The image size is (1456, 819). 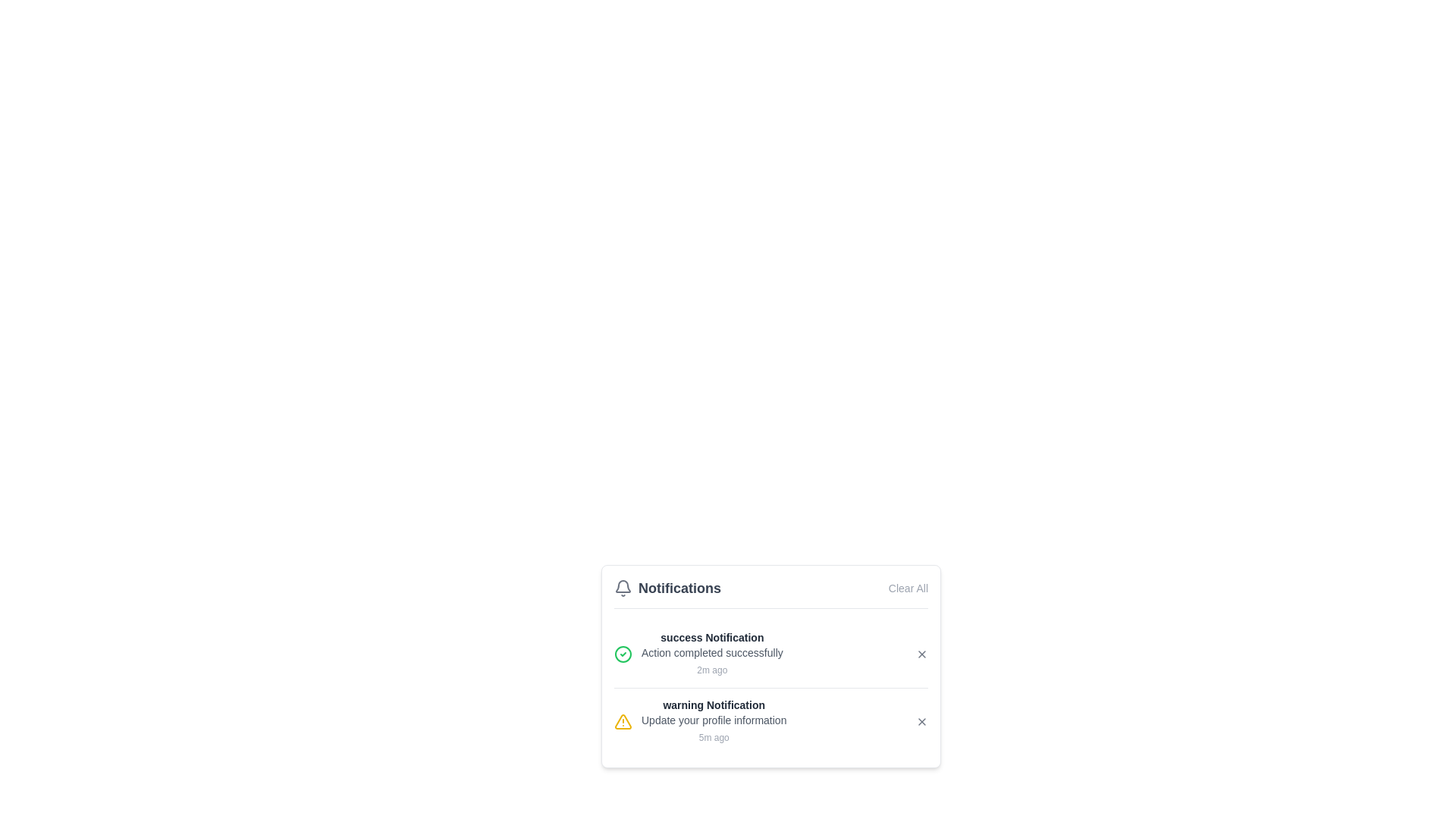 What do you see at coordinates (679, 587) in the screenshot?
I see `the text label displaying 'Notifications' in bold dark gray font located in the header of the notification panel` at bounding box center [679, 587].